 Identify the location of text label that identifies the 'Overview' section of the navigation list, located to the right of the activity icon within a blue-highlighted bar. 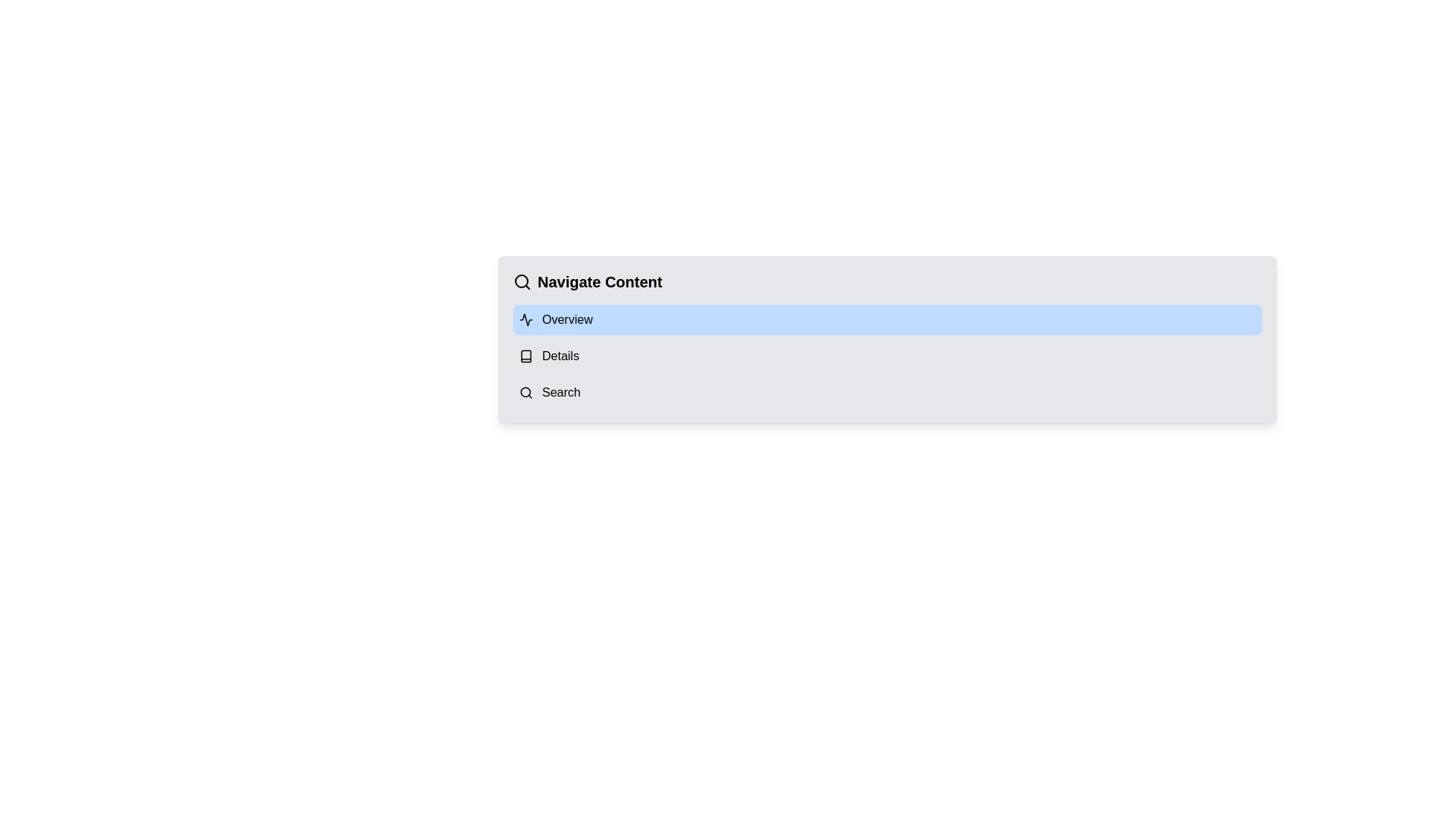
(566, 318).